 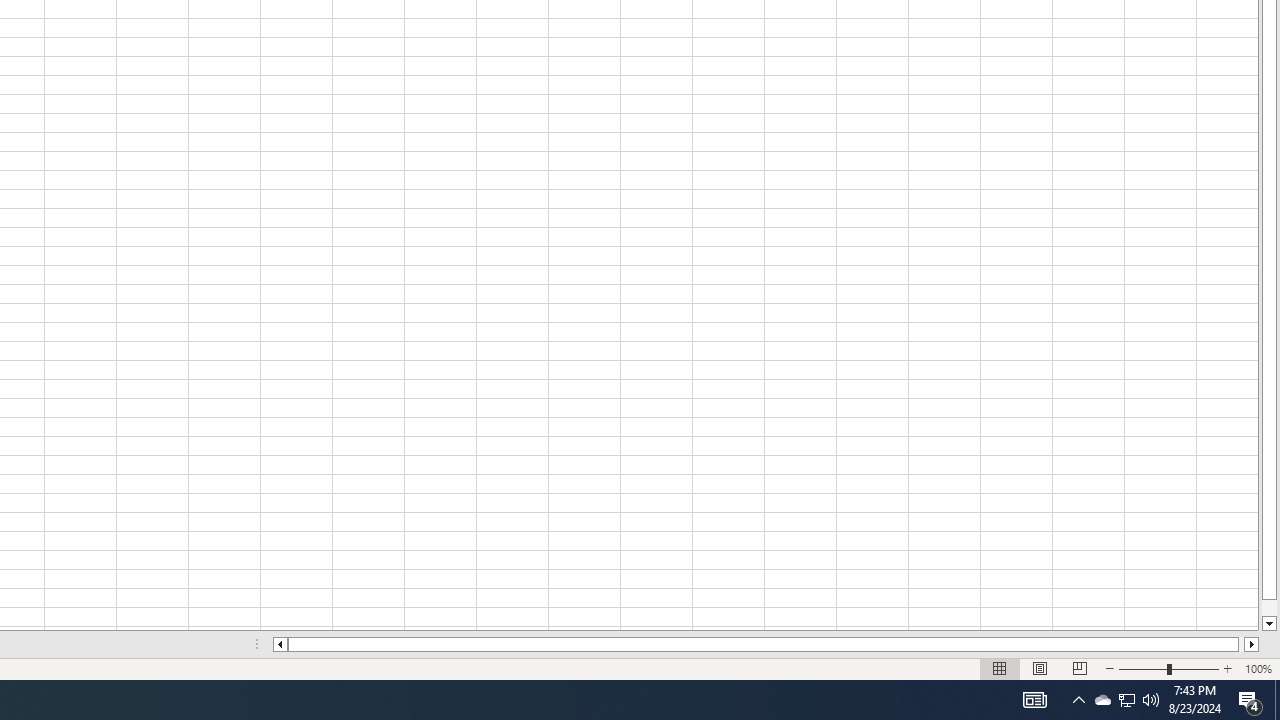 I want to click on 'Zoom', so click(x=1168, y=669).